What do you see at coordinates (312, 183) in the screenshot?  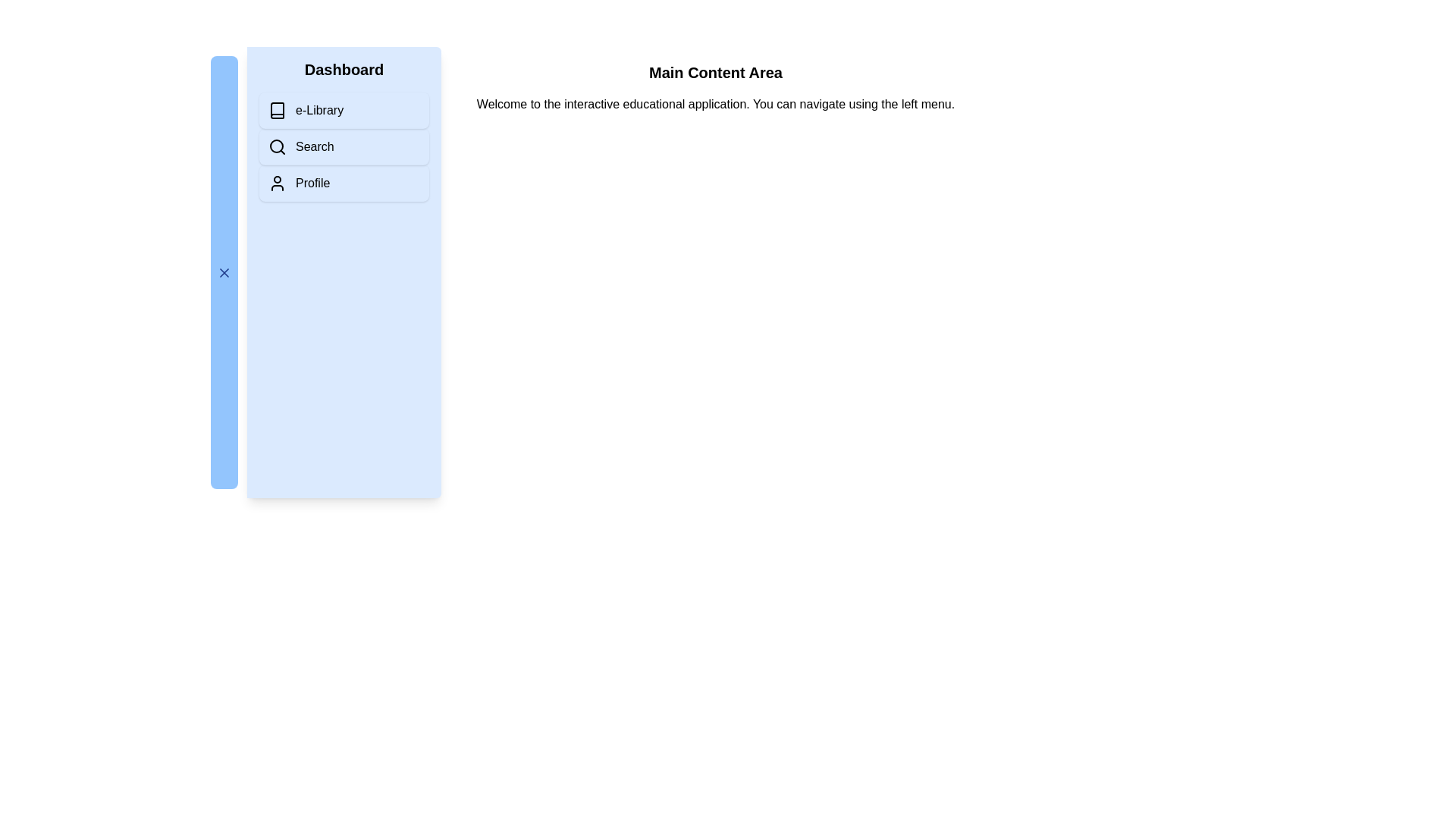 I see `the 'Profile' text label in the left sidebar navigation menu, which is the third item in the list, displayed in a bold black font on a light blue background` at bounding box center [312, 183].